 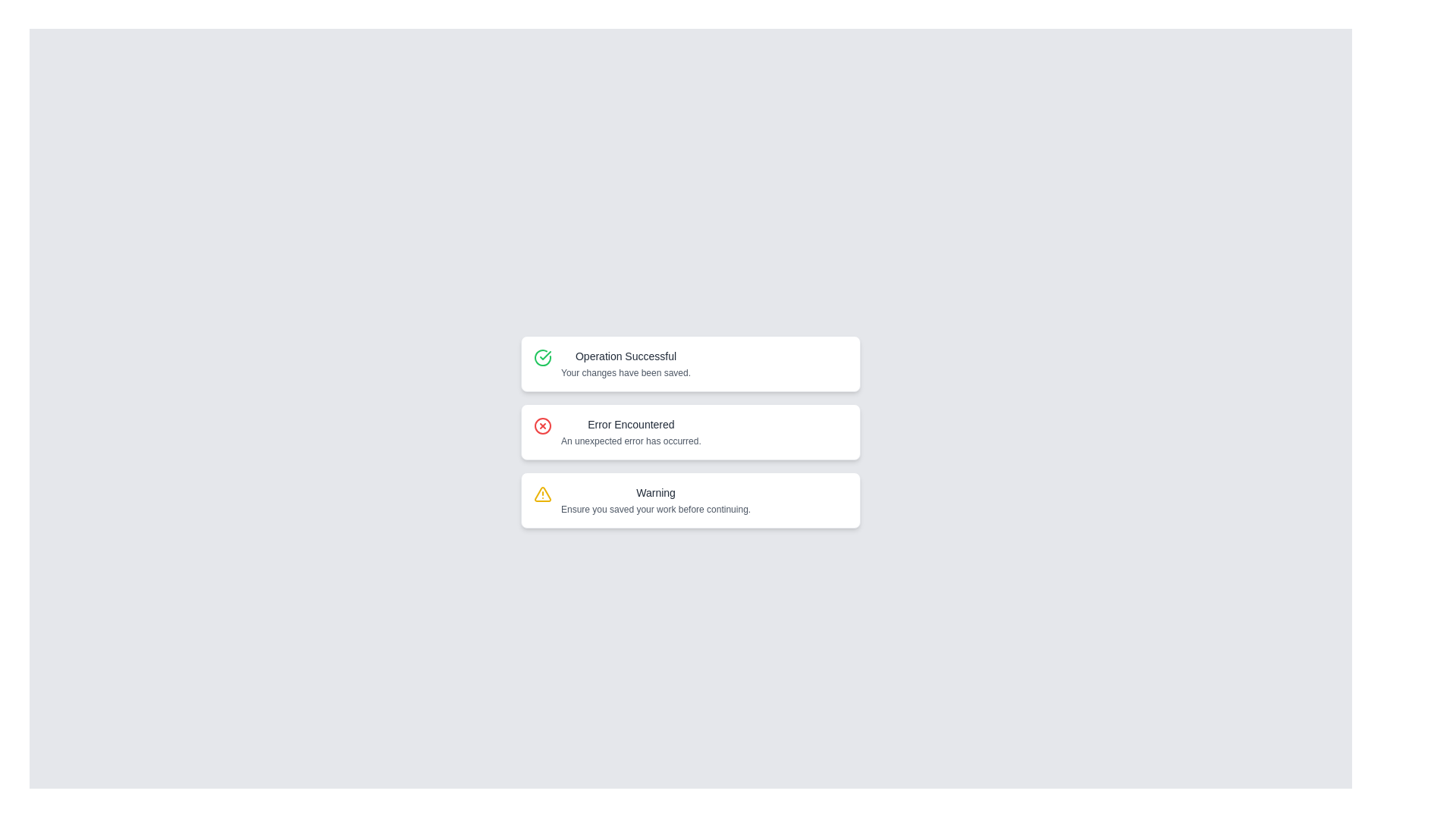 I want to click on the 'Error Encountered' notification block, which contains a bold title and a subdued description, located in the center of the interface, so click(x=631, y=432).